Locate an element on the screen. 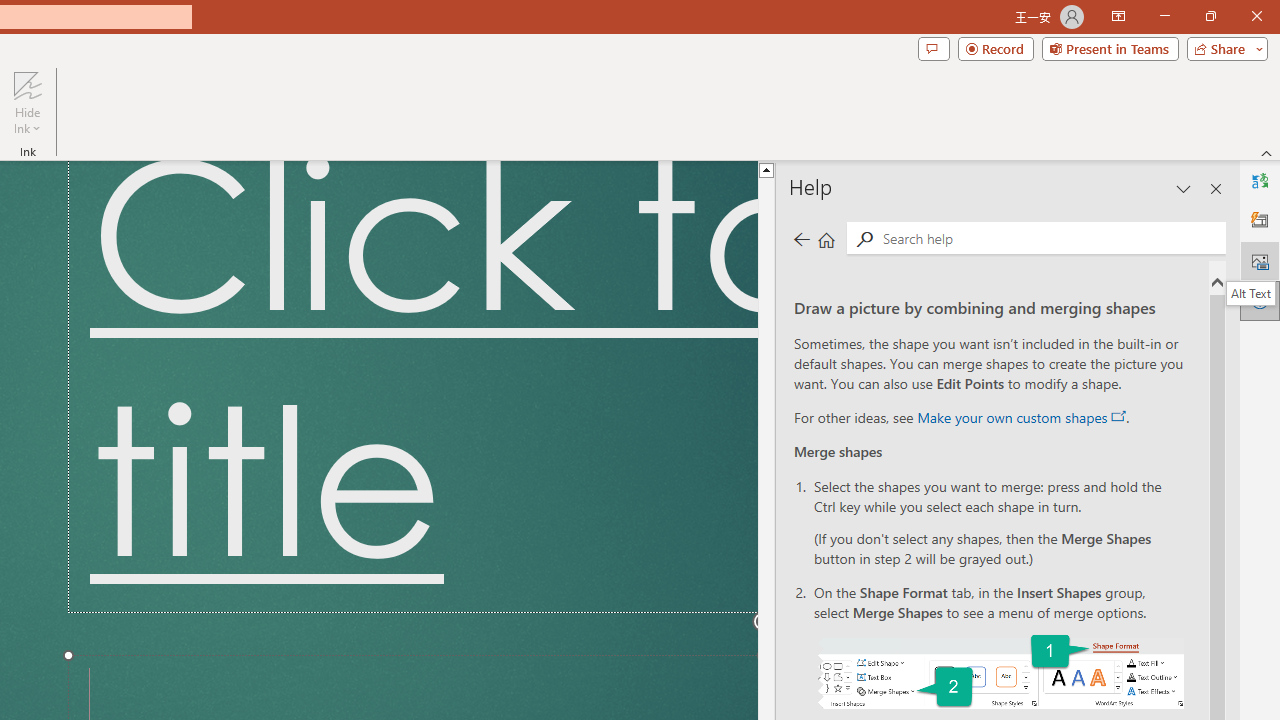 The width and height of the screenshot is (1280, 720). 'Collapse the Ribbon' is located at coordinates (1266, 152).